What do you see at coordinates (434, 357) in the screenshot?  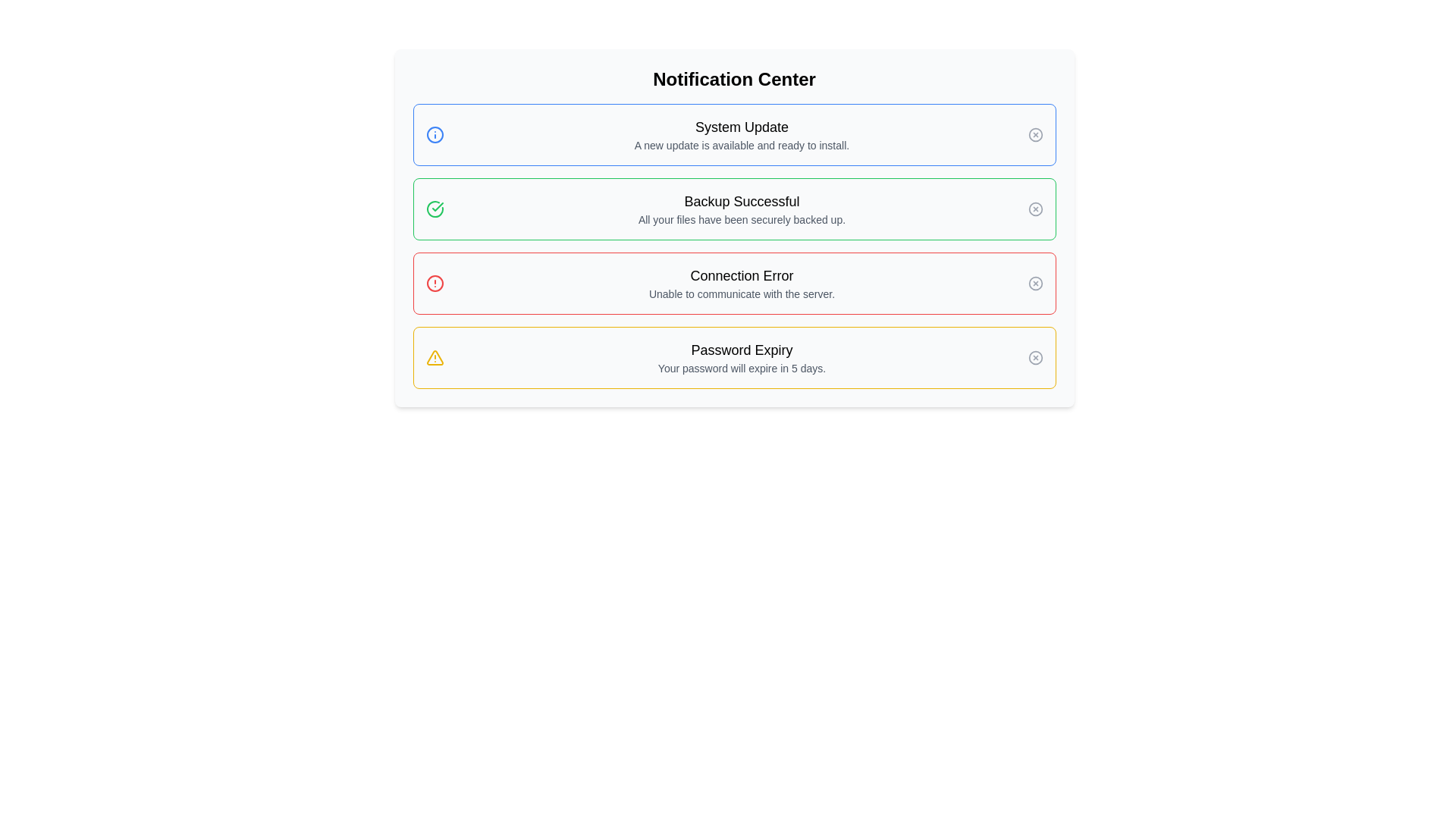 I see `the triangular yellow warning icon with an exclamation mark located in the last notification block of the Notification Center, beside the 'Password Expiry' message` at bounding box center [434, 357].